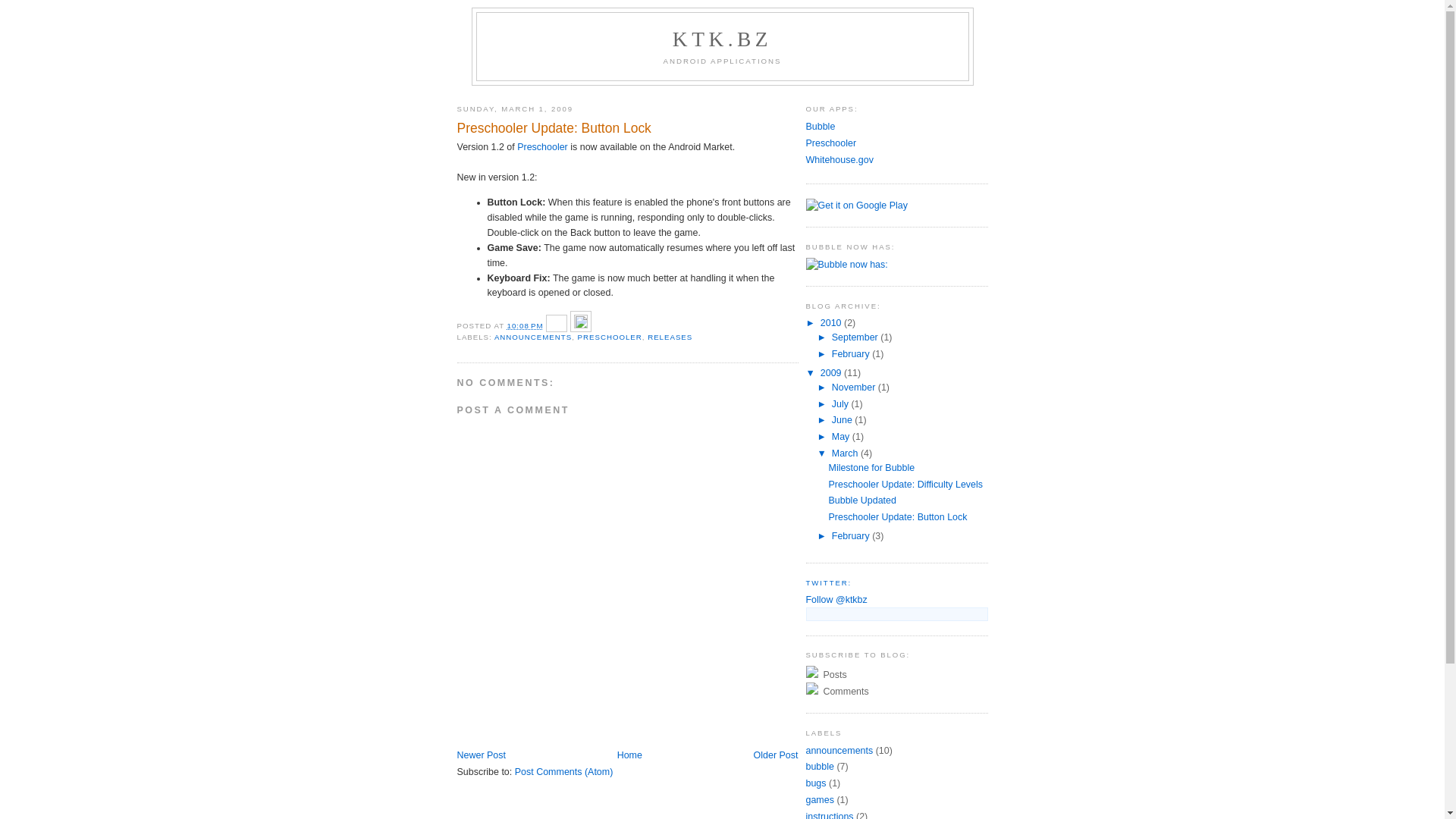 Image resolution: width=1456 pixels, height=819 pixels. What do you see at coordinates (843, 691) in the screenshot?
I see `'Comments'` at bounding box center [843, 691].